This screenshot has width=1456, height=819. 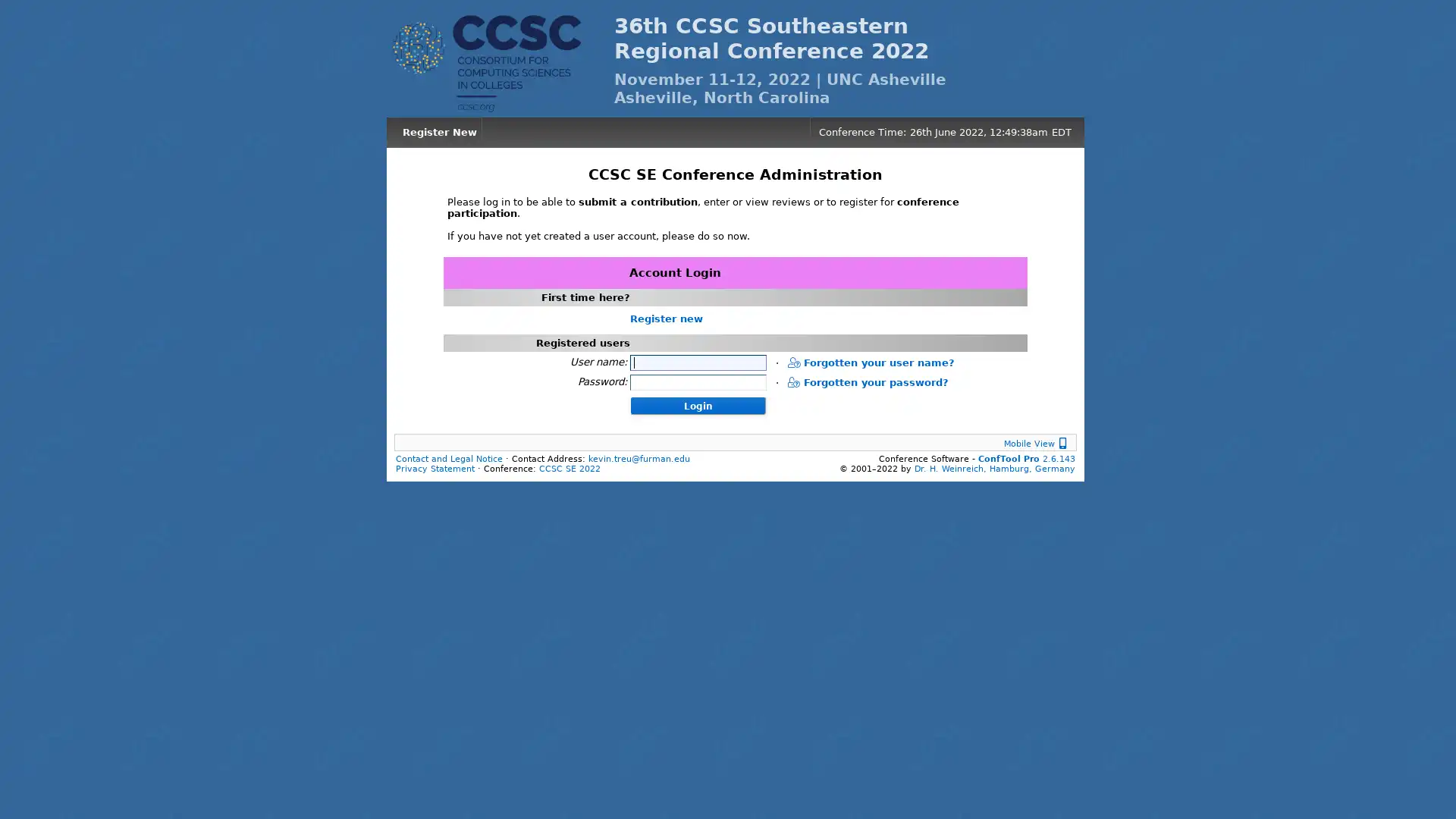 What do you see at coordinates (697, 403) in the screenshot?
I see `Login` at bounding box center [697, 403].